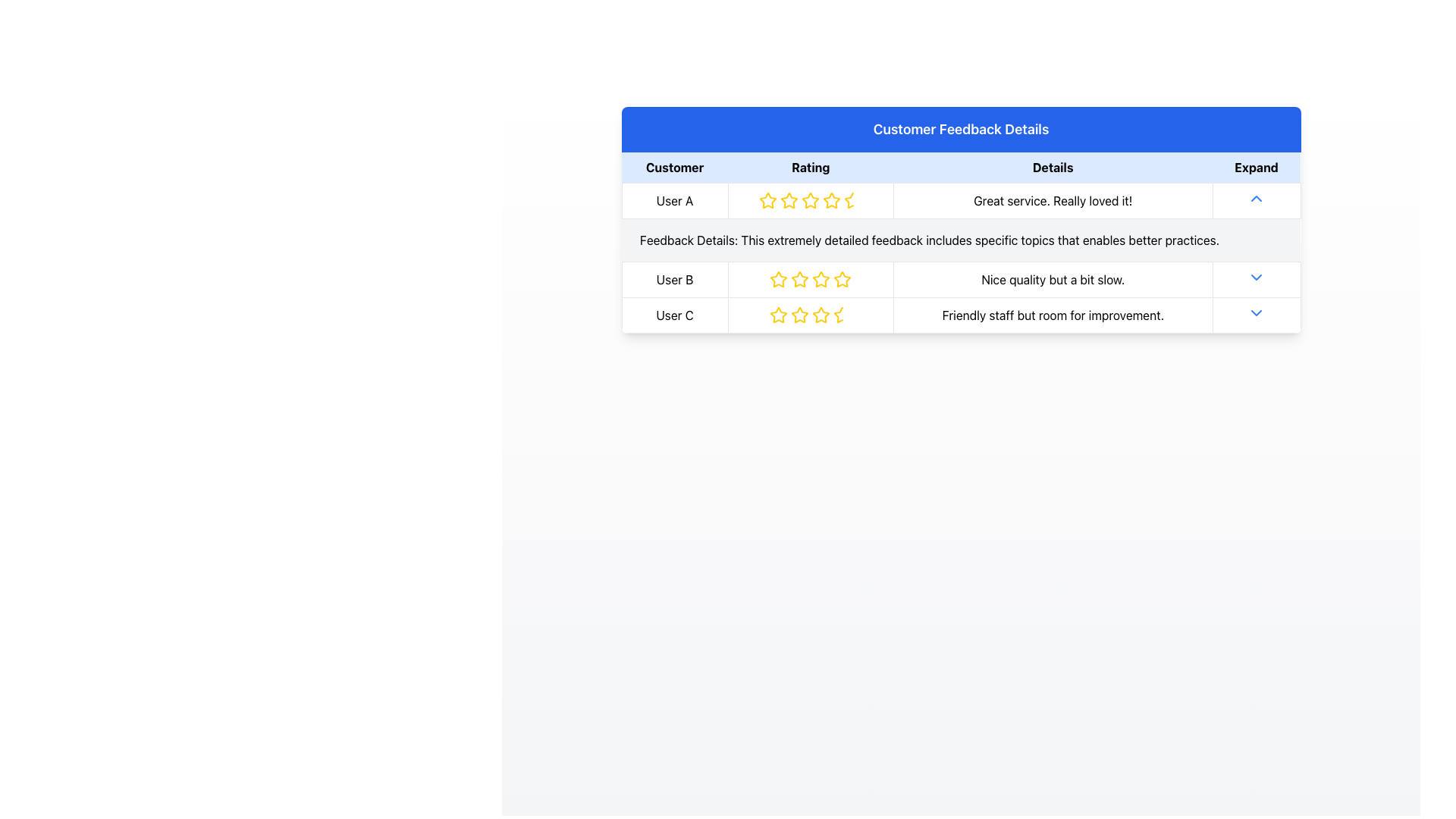 Image resolution: width=1456 pixels, height=819 pixels. I want to click on the third yellow star icon in the rating column associated with 'User B' in the 'Customer Feedback Details' table, so click(821, 279).